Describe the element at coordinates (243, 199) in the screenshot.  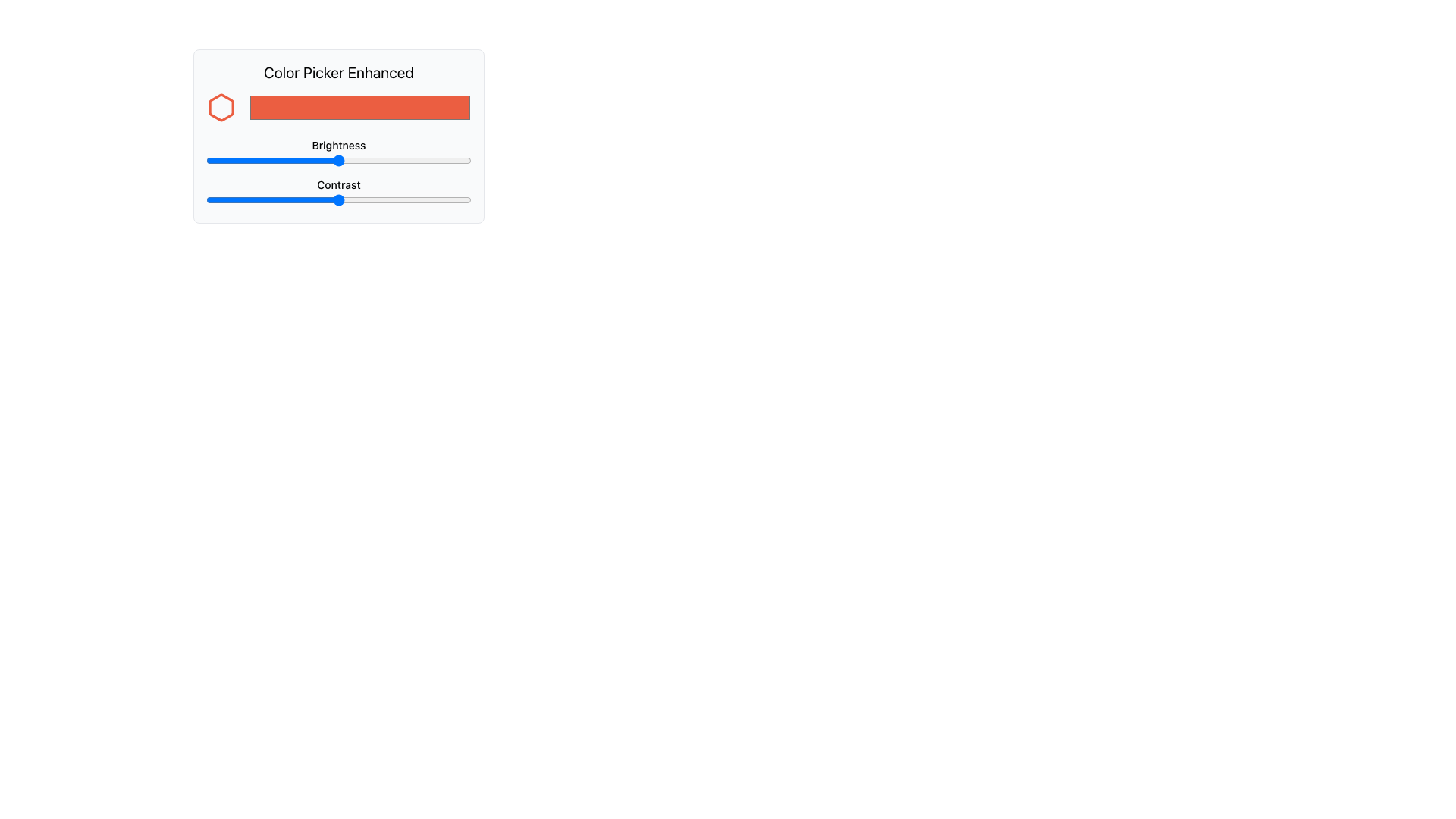
I see `contrast` at that location.